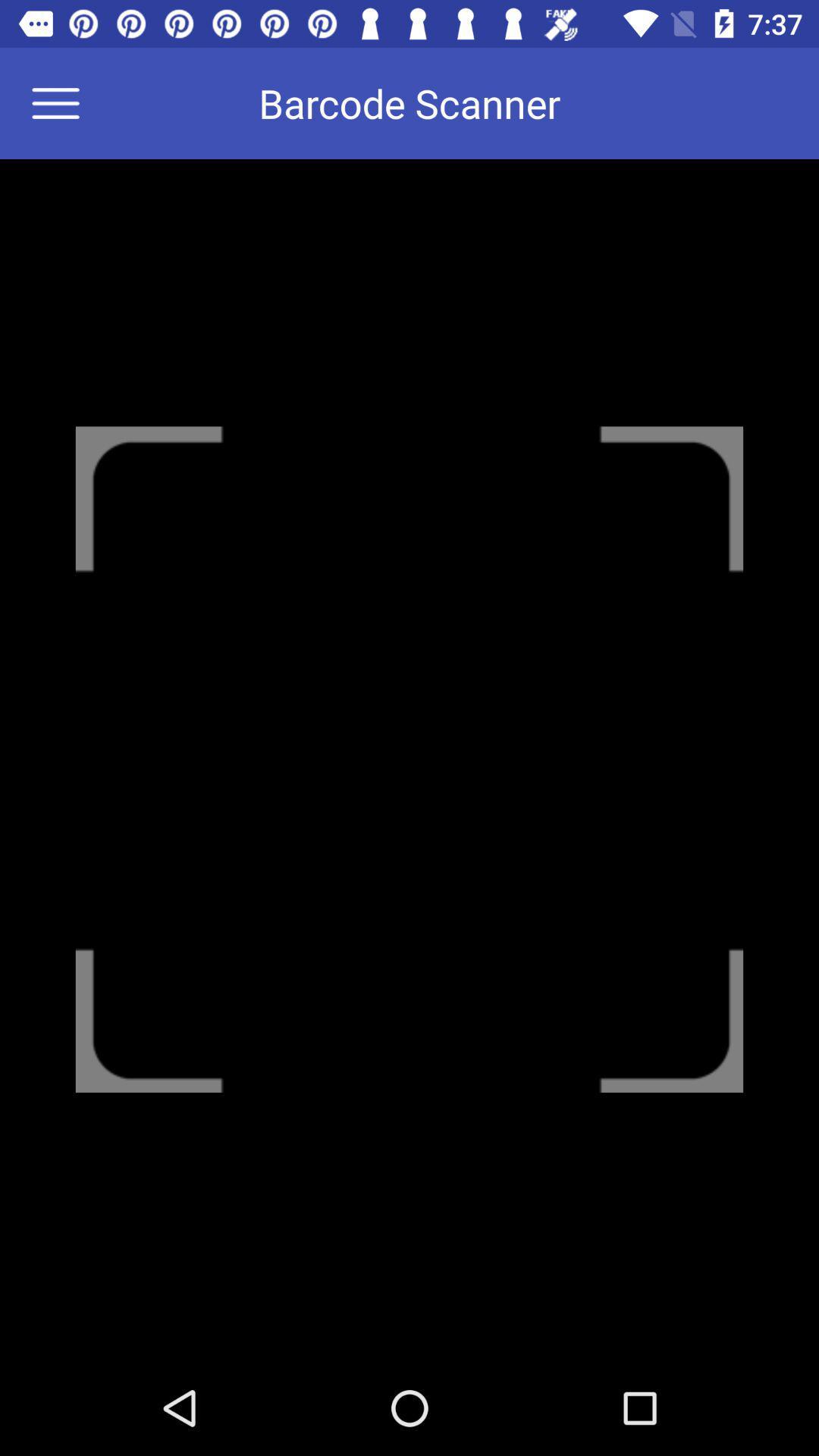  I want to click on menu options, so click(64, 102).